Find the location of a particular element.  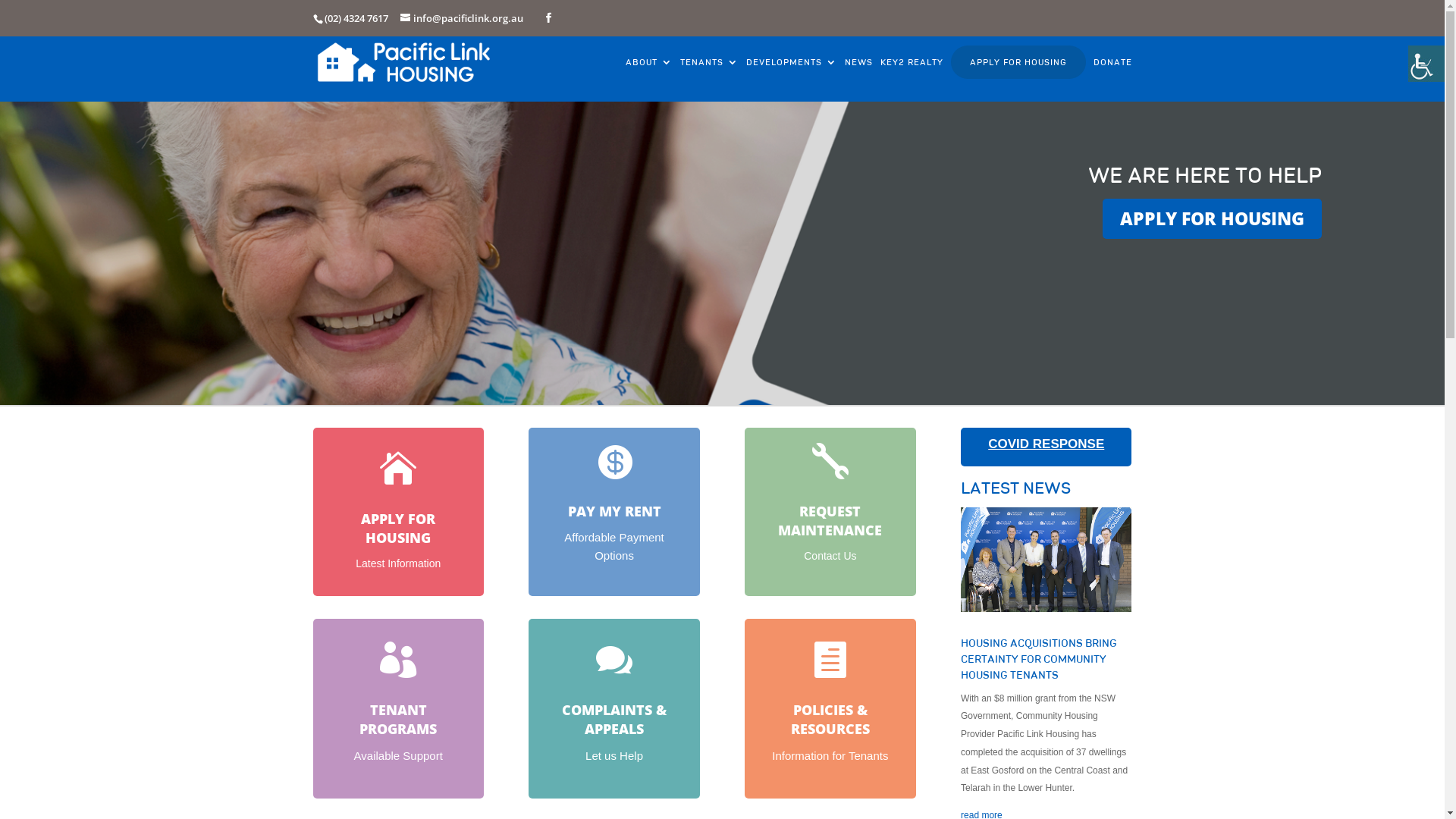

'info@pacificlink.org.au' is located at coordinates (400, 17).